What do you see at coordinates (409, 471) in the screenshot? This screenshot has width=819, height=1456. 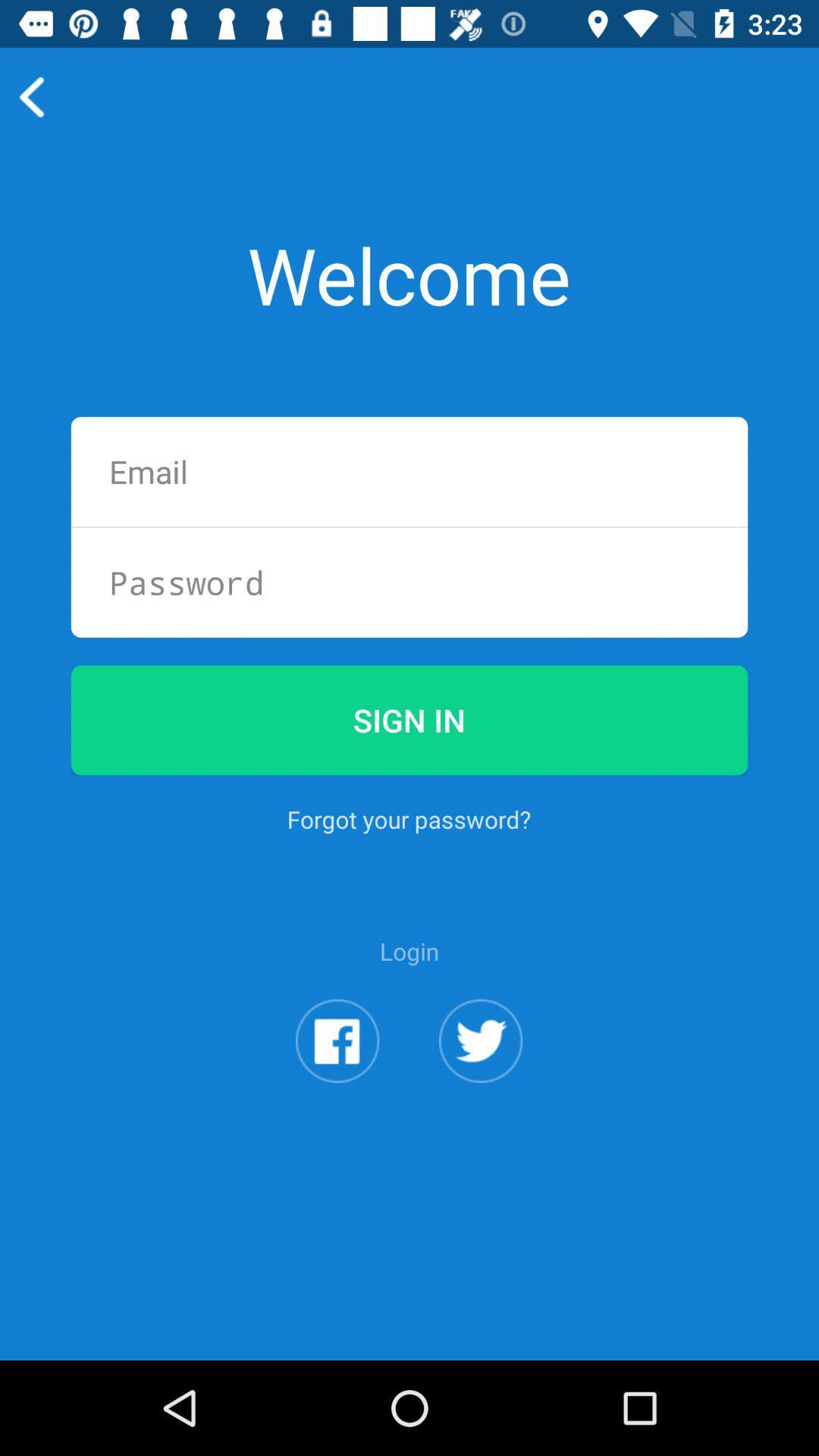 I see `text` at bounding box center [409, 471].